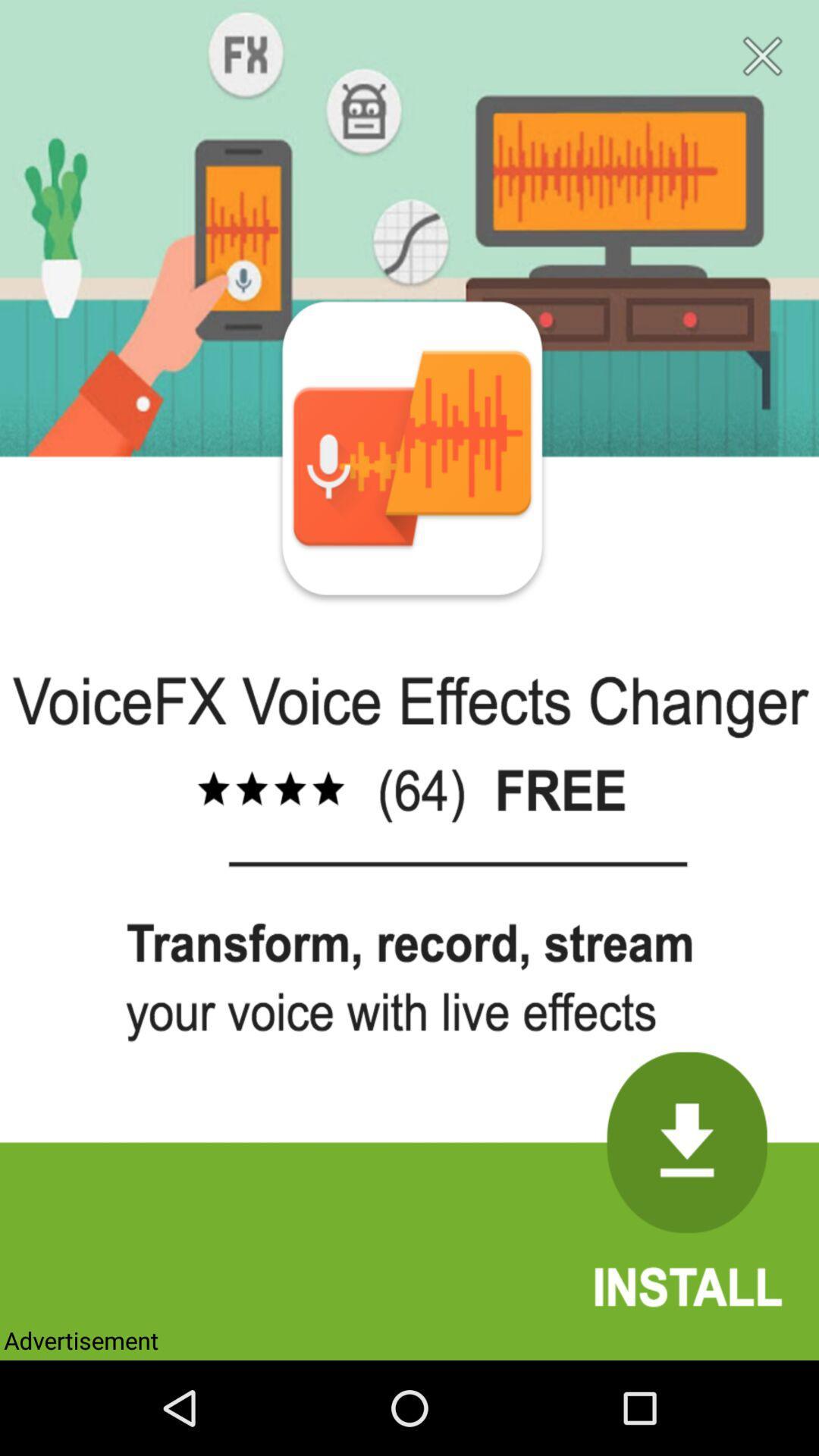 The width and height of the screenshot is (819, 1456). What do you see at coordinates (762, 56) in the screenshot?
I see `screen` at bounding box center [762, 56].